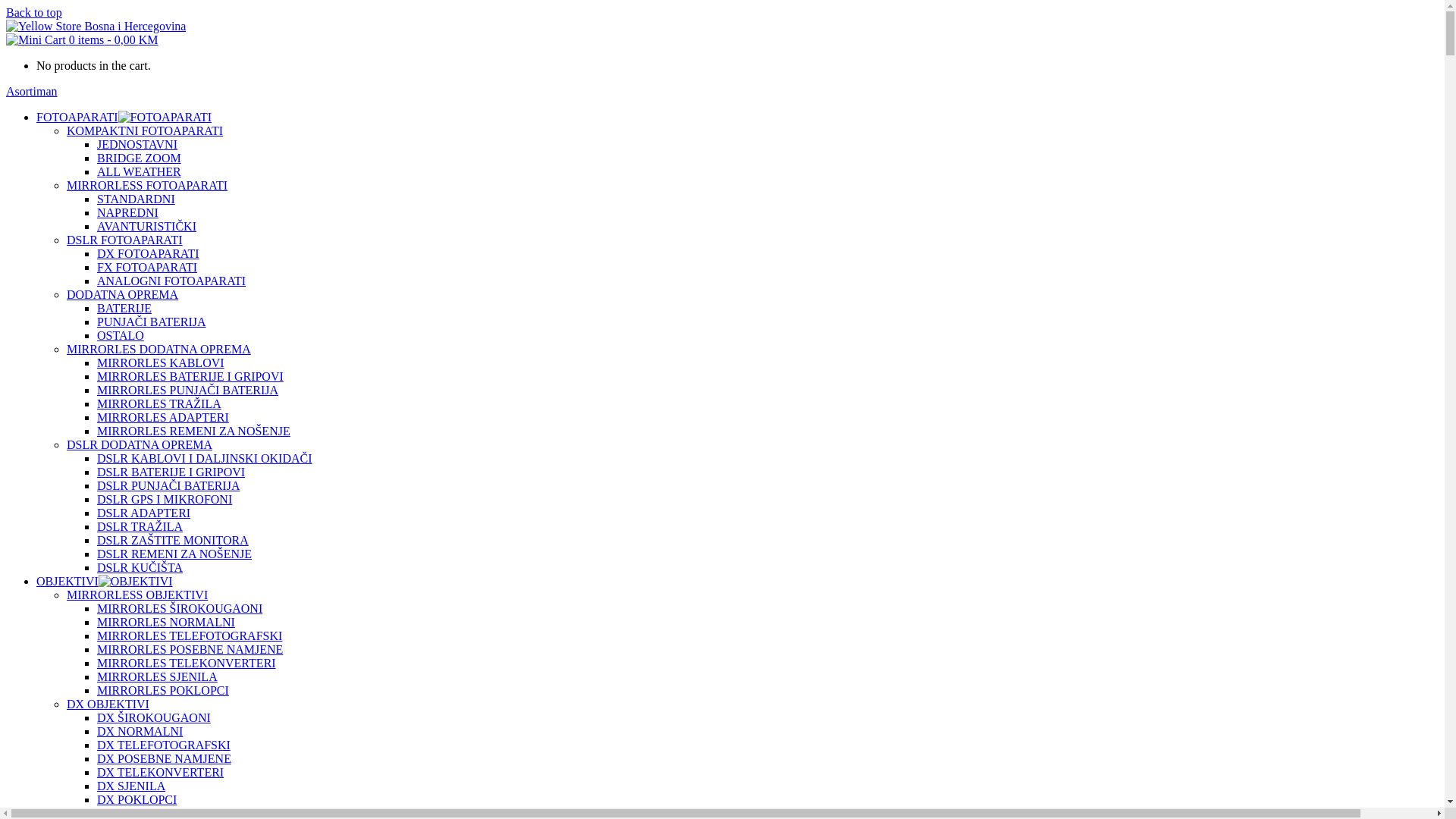 This screenshot has height=819, width=1456. I want to click on 'DSLR FOTOAPARATI', so click(65, 239).